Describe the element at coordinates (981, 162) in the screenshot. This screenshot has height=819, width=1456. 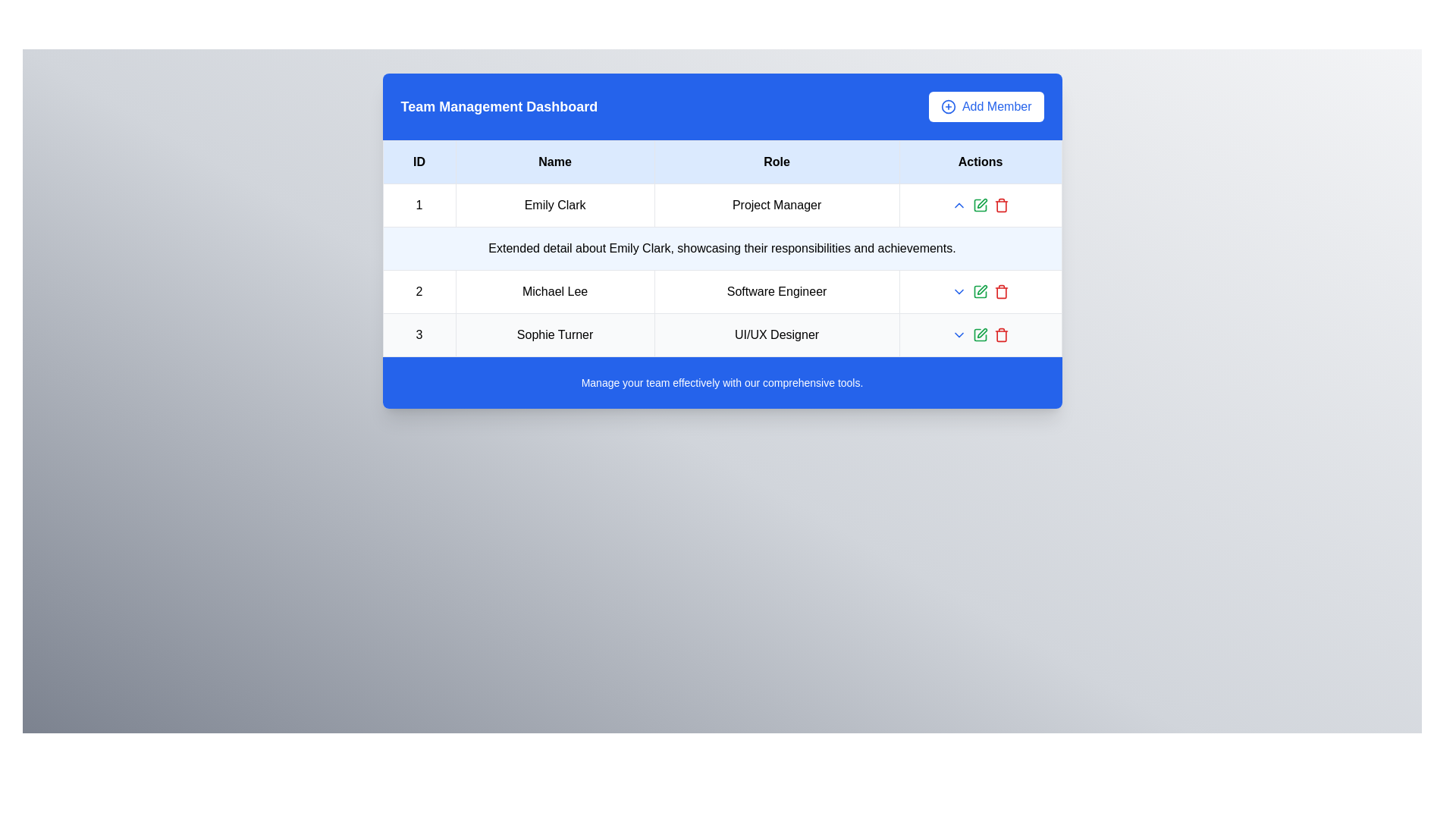
I see `the 'Actions' text label element, which is the fourth cell in a row of four table headers, displayed in bold black text on a light blue background` at that location.